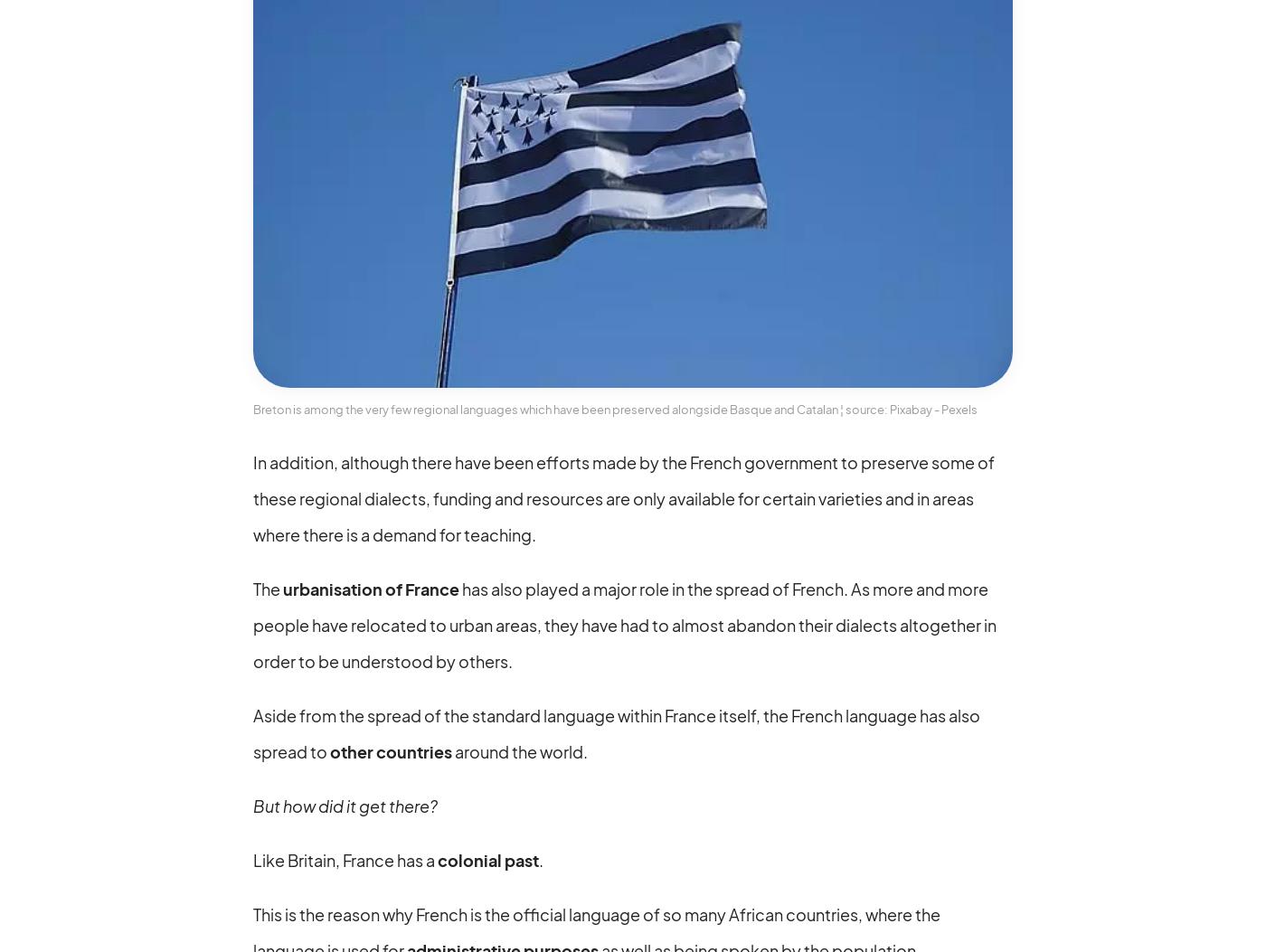 This screenshot has height=952, width=1266. I want to click on 'But how did it get there?', so click(345, 805).